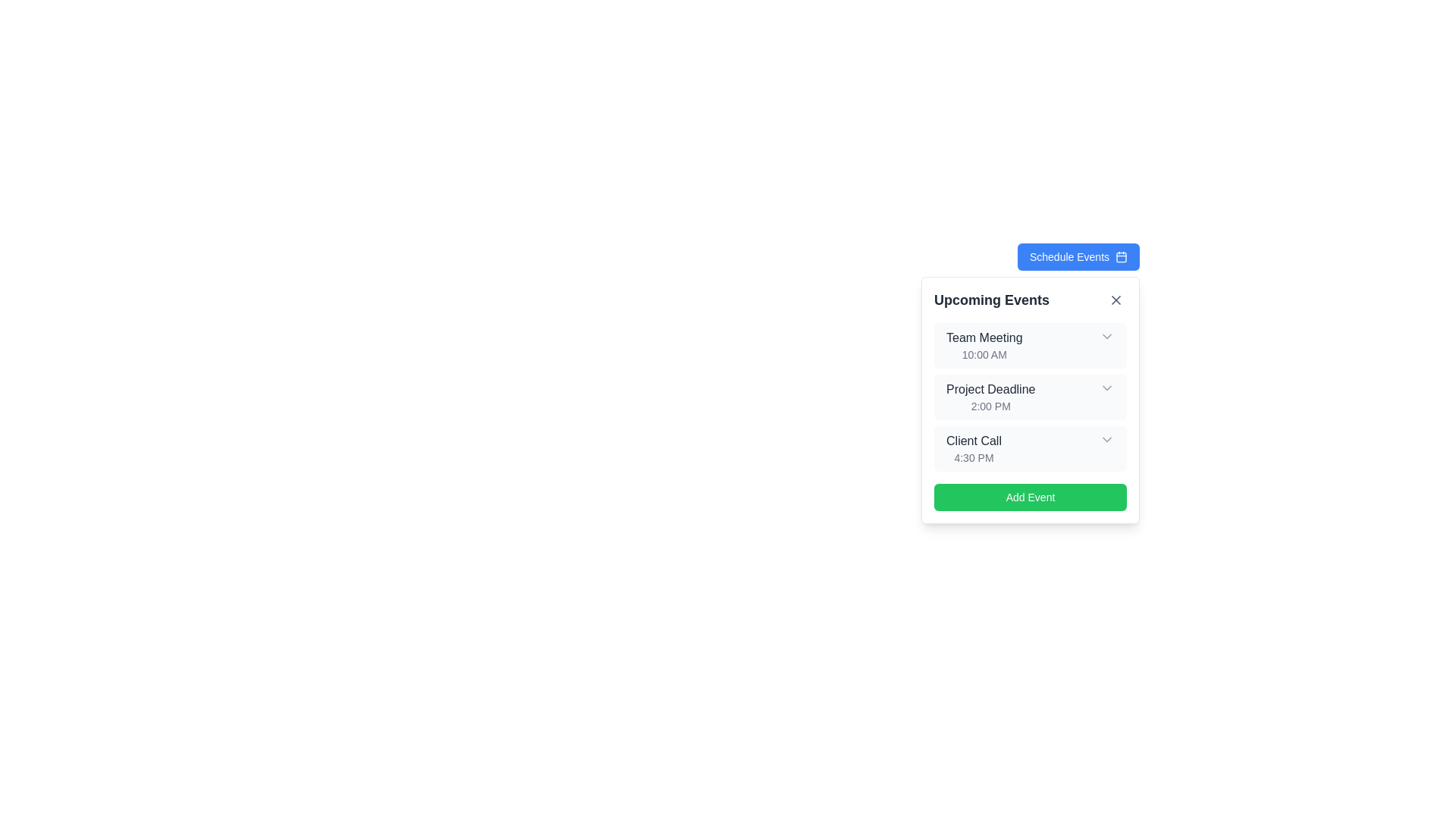 This screenshot has height=819, width=1456. I want to click on event notification labeled 'Project Deadline' scheduled at '2:00 PM', which is the second item in the 'Upcoming Events' list, so click(990, 397).